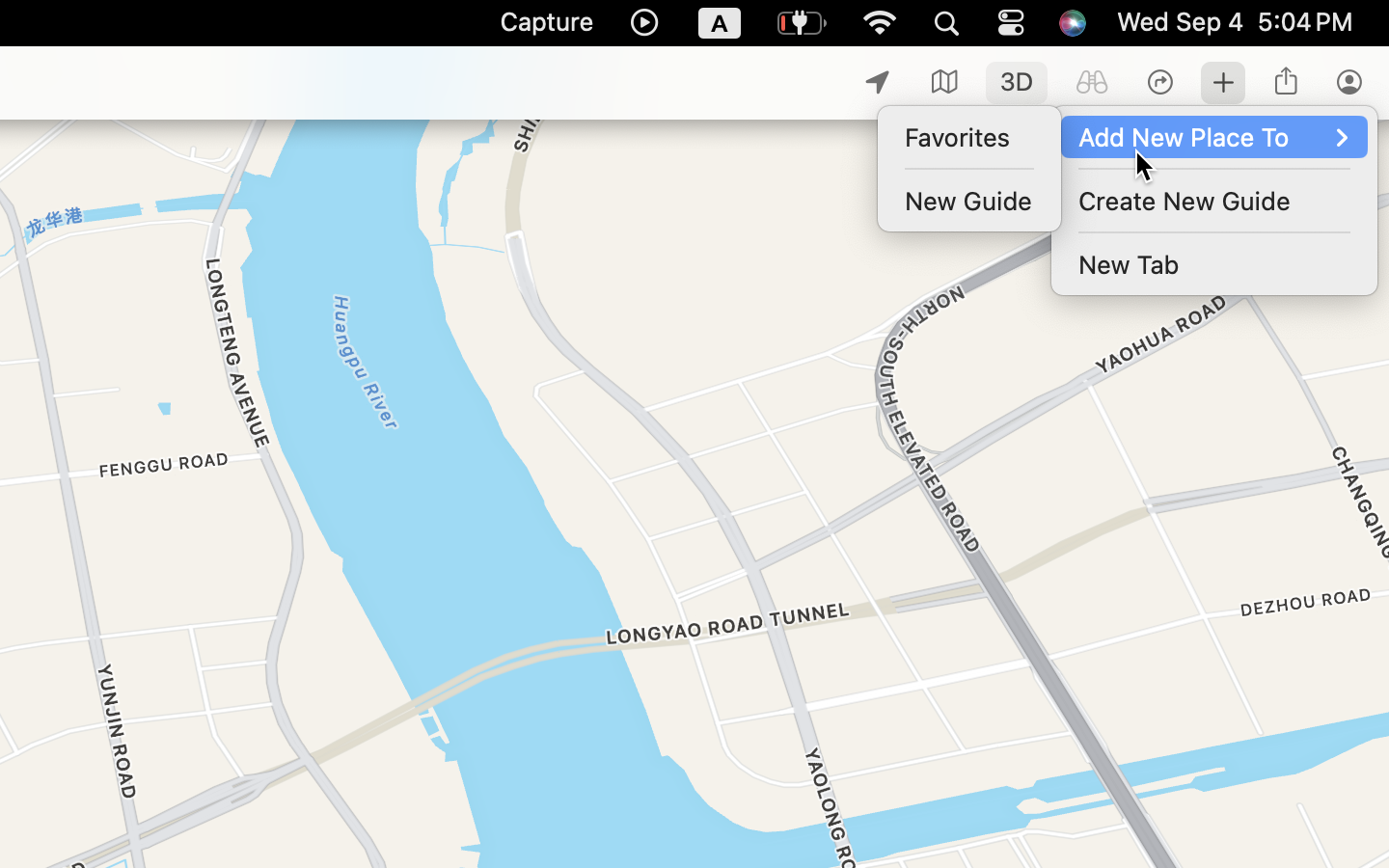 The width and height of the screenshot is (1389, 868). What do you see at coordinates (1016, 82) in the screenshot?
I see `'1'` at bounding box center [1016, 82].